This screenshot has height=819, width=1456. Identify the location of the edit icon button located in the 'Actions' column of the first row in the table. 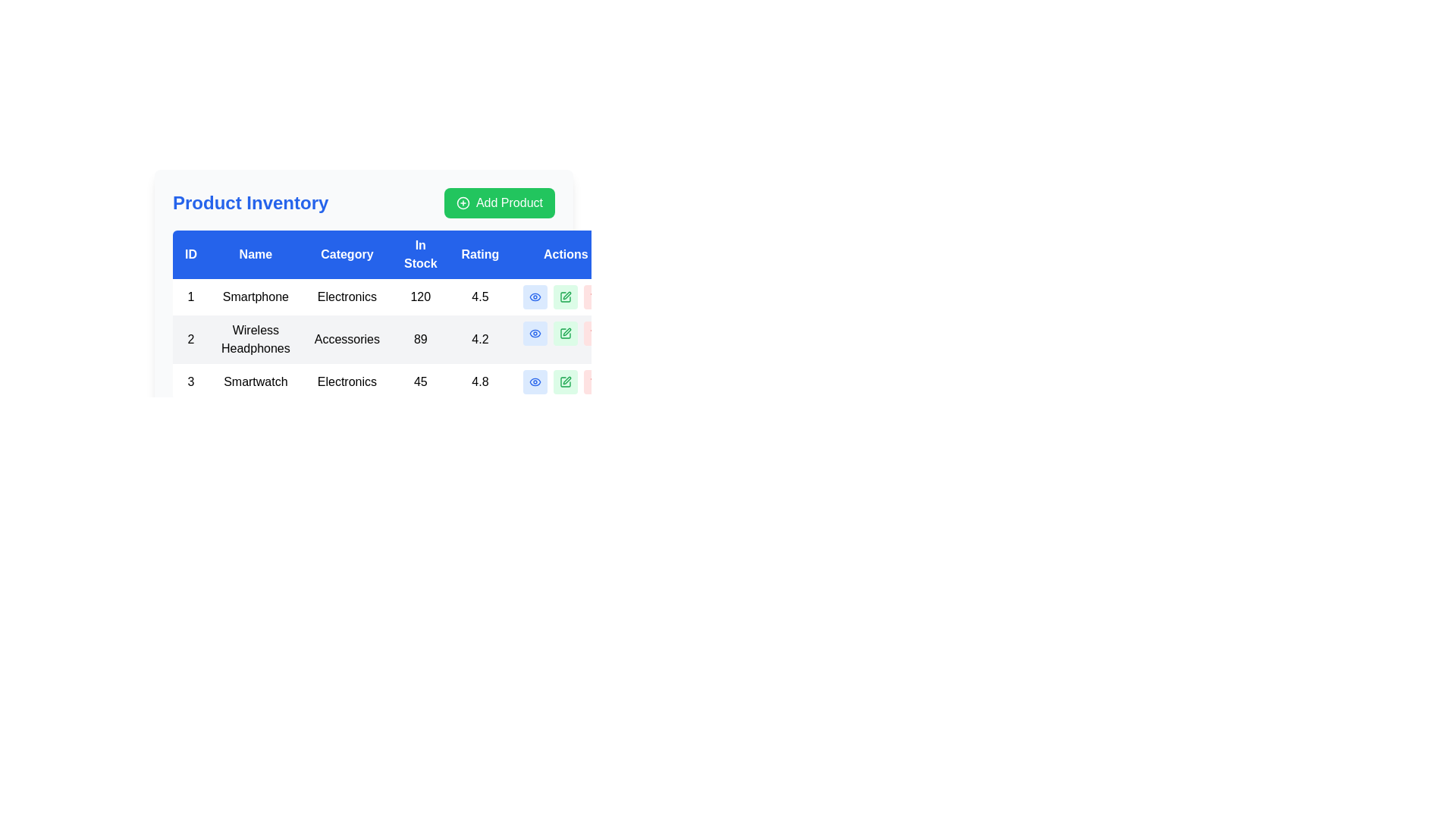
(565, 297).